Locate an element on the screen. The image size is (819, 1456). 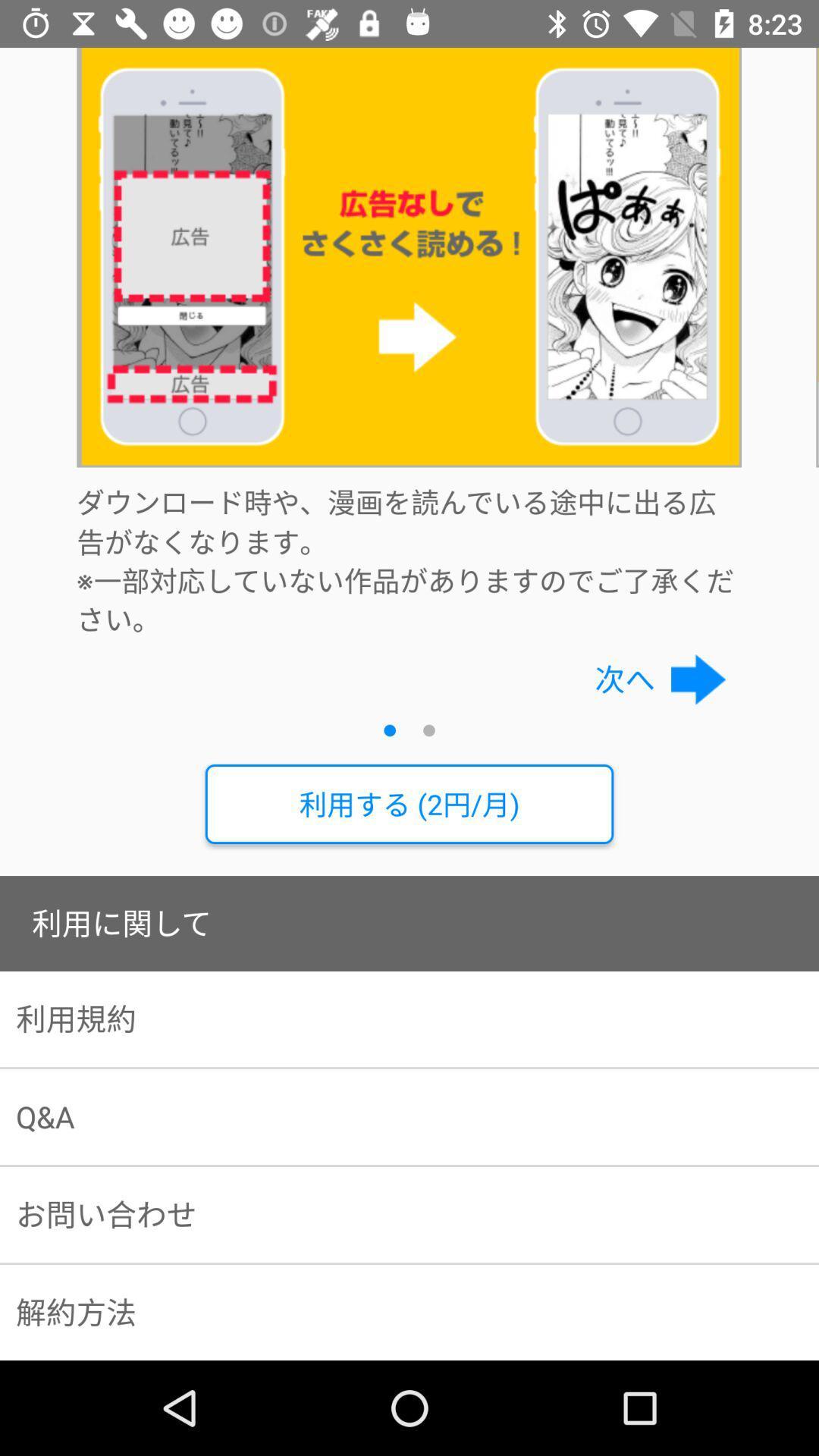
the item above q&a item is located at coordinates (409, 1019).